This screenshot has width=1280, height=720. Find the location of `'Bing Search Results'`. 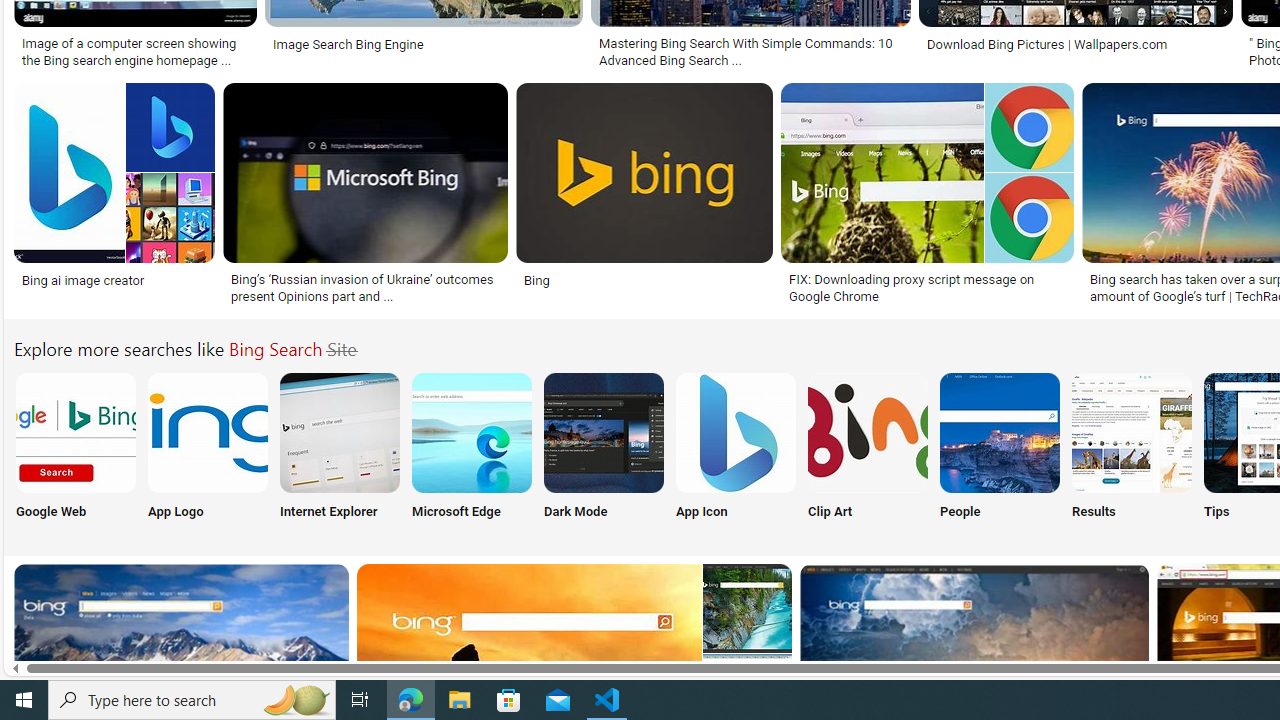

'Bing Search Results' is located at coordinates (1132, 431).